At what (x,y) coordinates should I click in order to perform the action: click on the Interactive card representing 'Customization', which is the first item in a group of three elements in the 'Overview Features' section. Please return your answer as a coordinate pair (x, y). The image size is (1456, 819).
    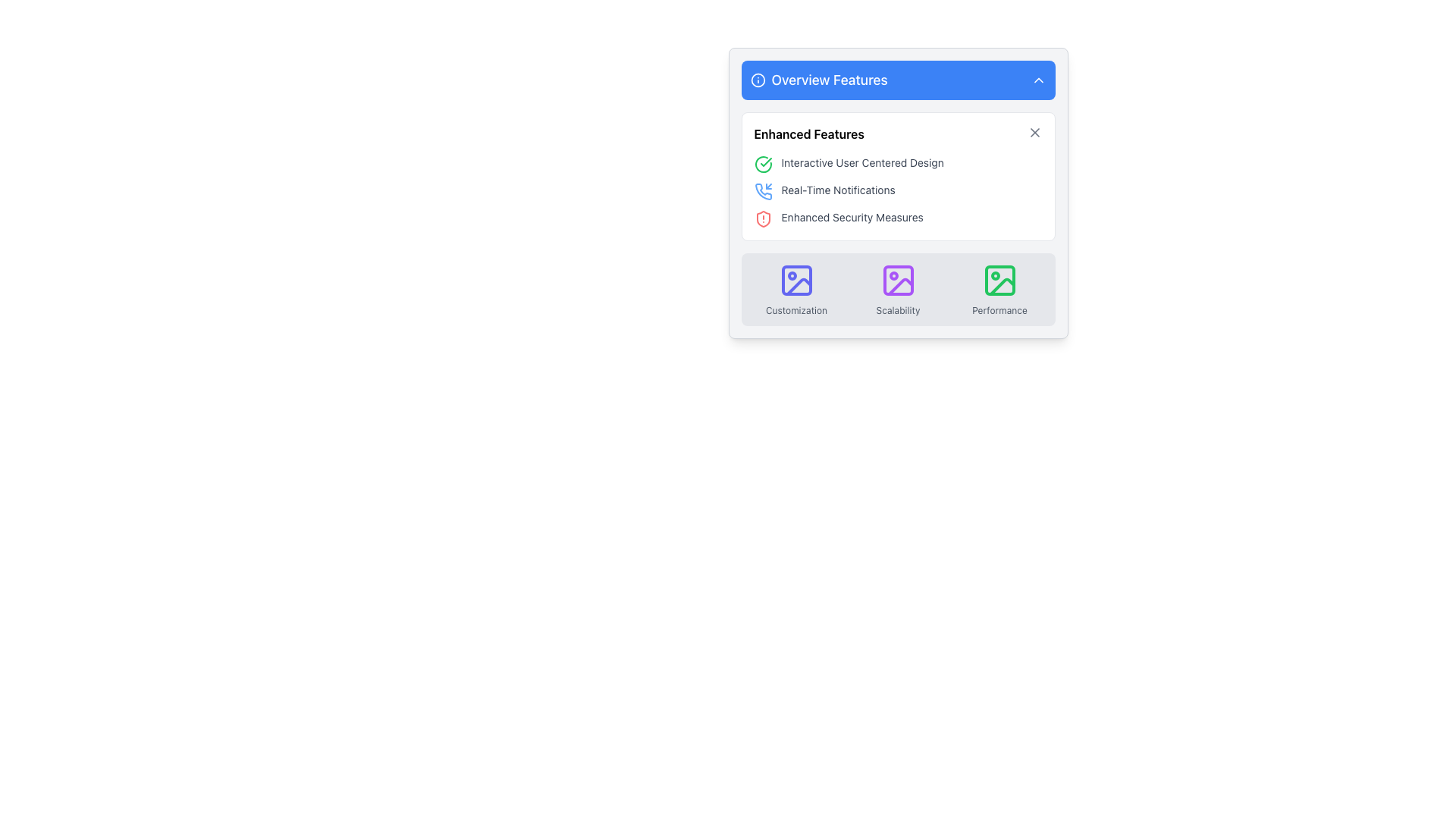
    Looking at the image, I should click on (795, 289).